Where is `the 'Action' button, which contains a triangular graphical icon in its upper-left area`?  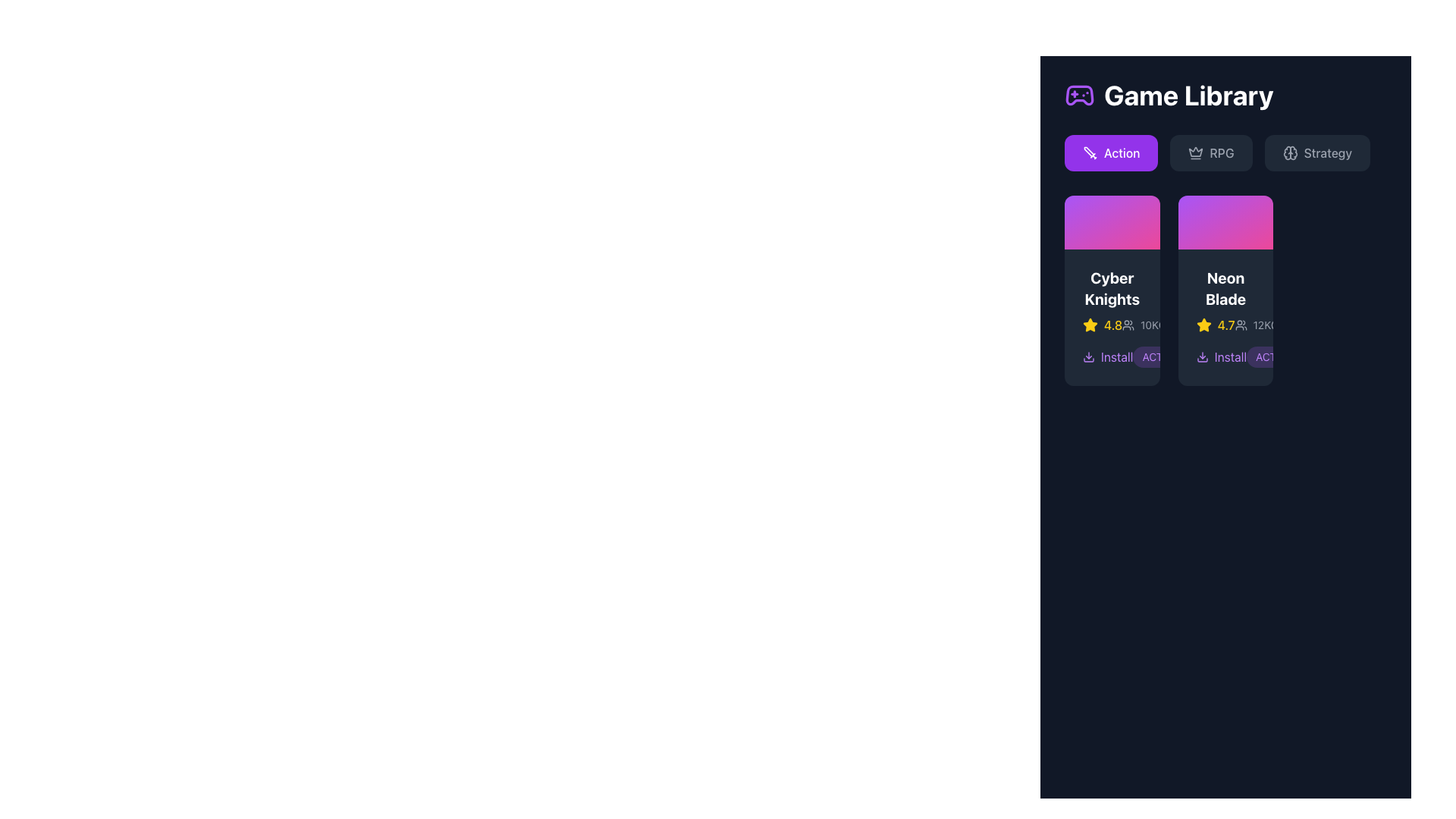
the 'Action' button, which contains a triangular graphical icon in its upper-left area is located at coordinates (1087, 152).